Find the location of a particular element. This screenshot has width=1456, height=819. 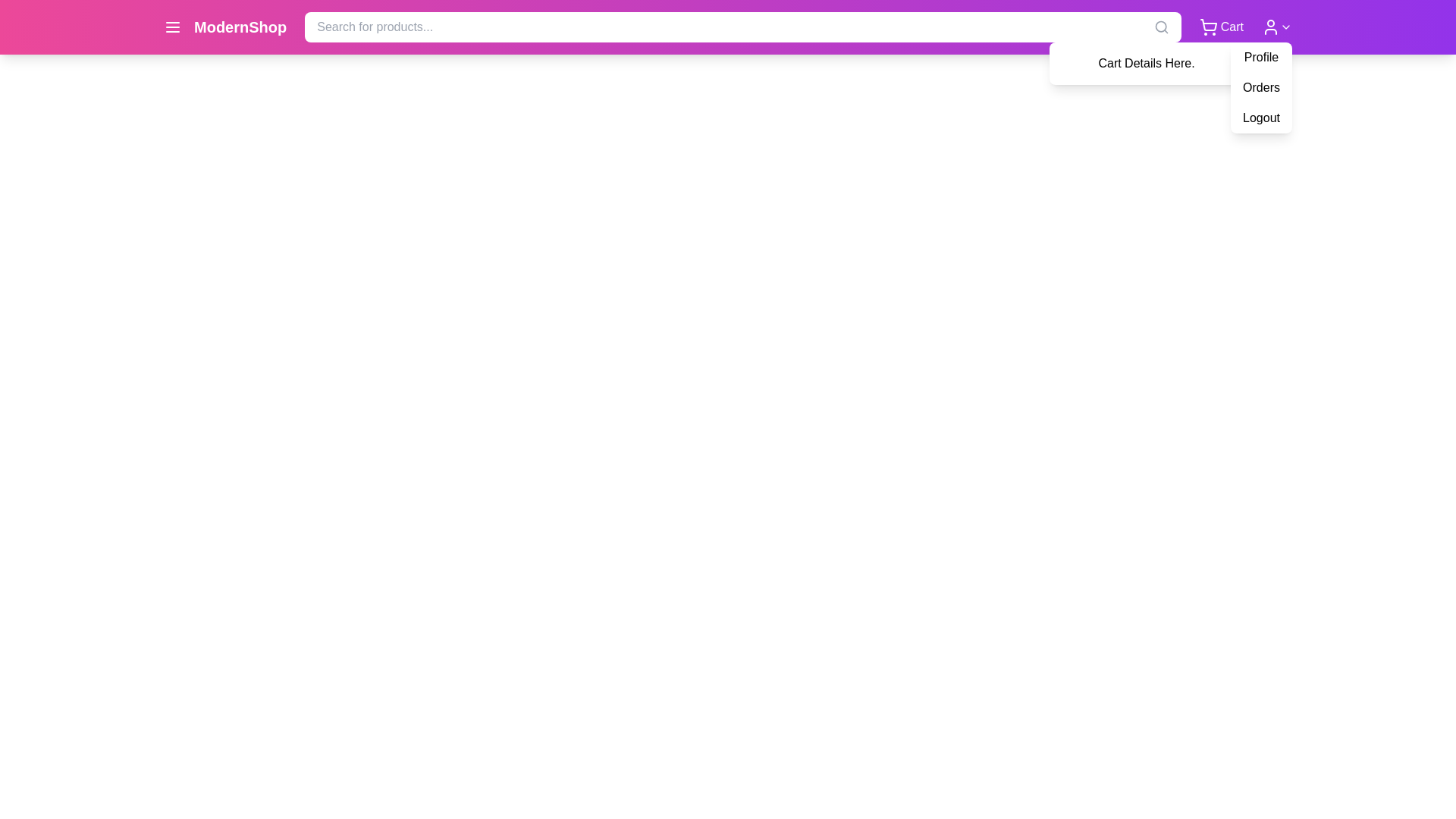

the 'ModernShop' label, which features bold white text on a vibrant pink background, located in the upper-left section of the interface in the site header is located at coordinates (224, 27).